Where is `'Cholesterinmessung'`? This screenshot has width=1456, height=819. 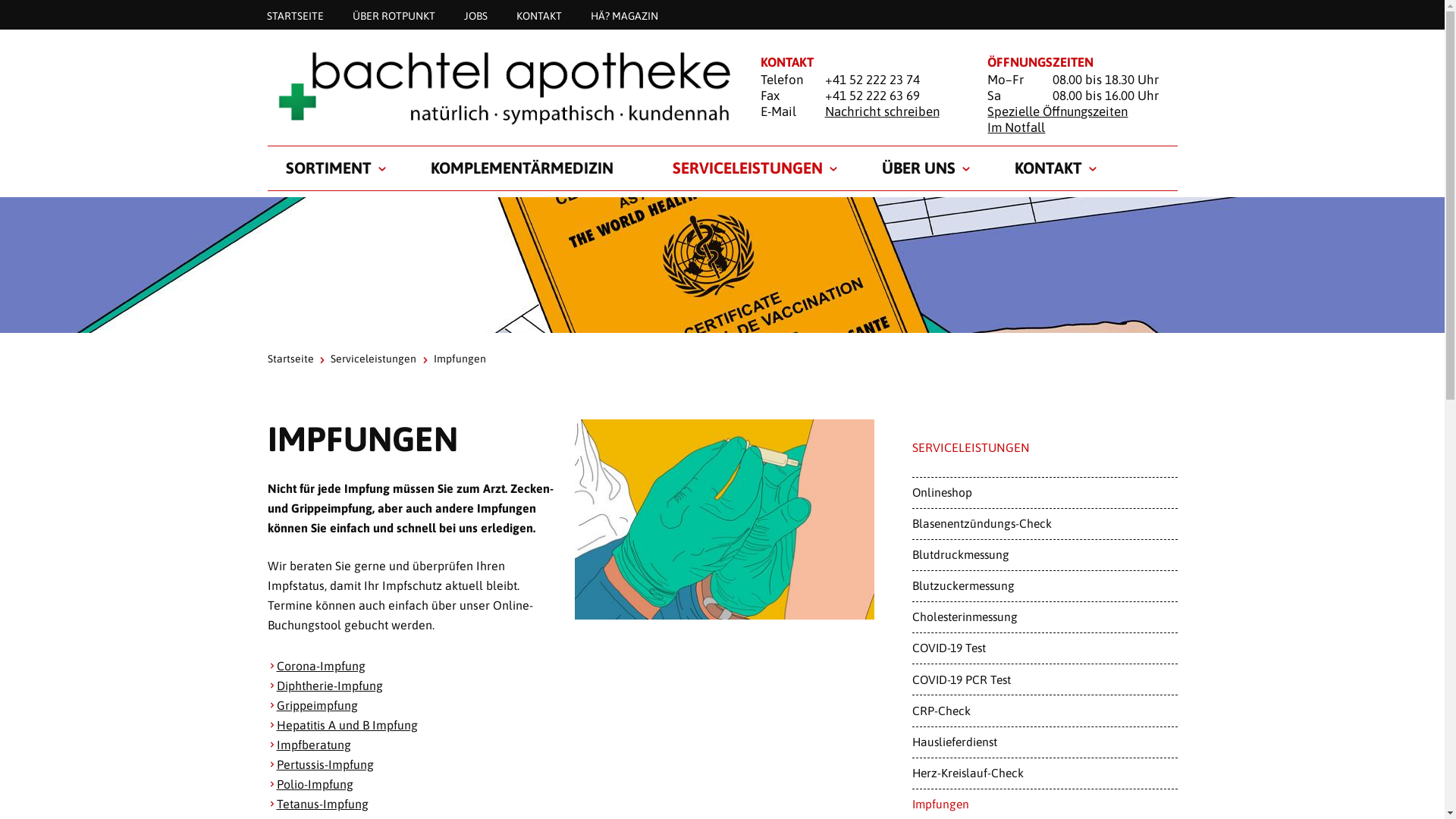 'Cholesterinmessung' is located at coordinates (1043, 617).